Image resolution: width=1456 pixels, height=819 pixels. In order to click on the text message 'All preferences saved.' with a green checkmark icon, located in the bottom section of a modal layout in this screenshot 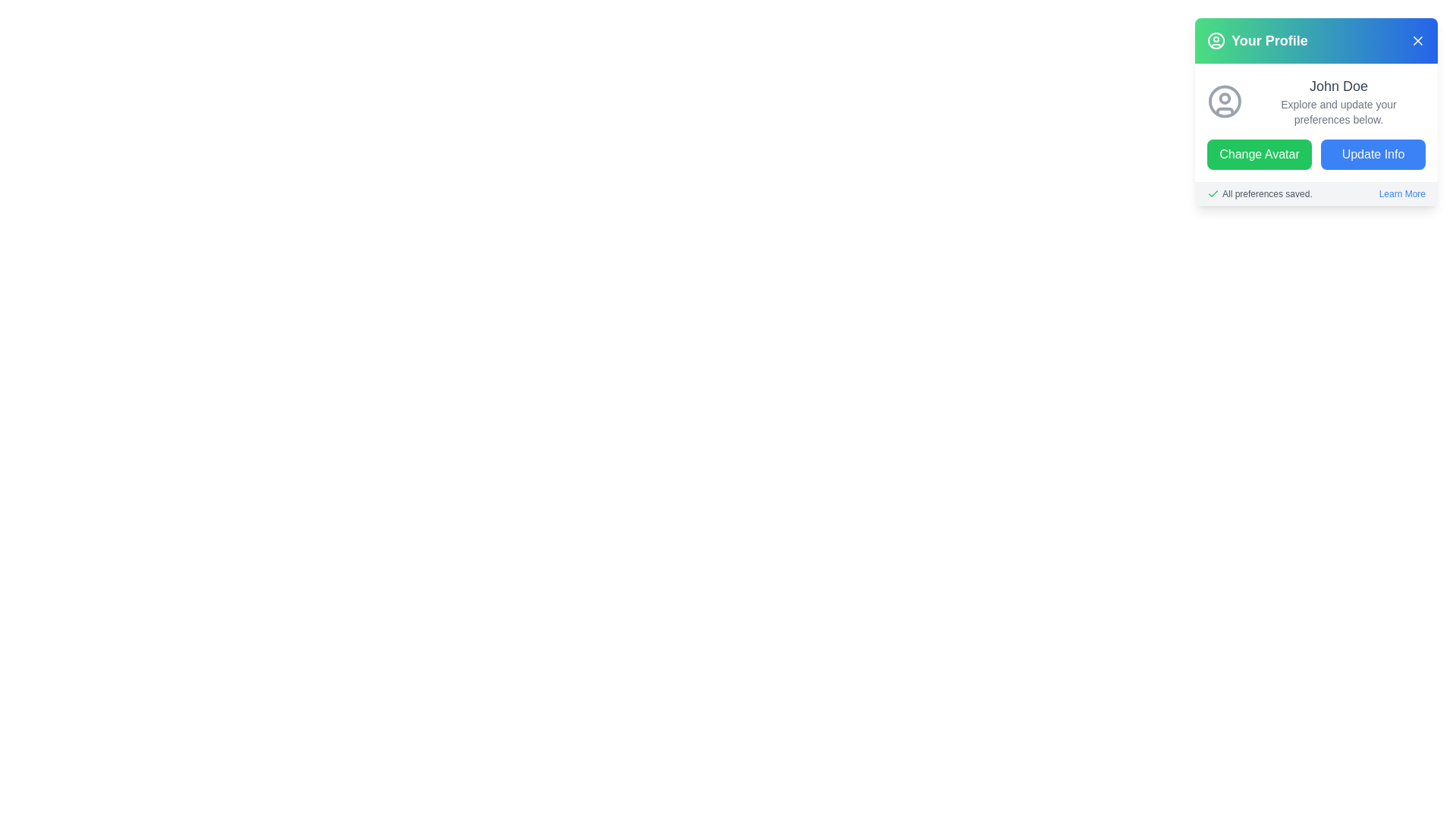, I will do `click(1260, 193)`.